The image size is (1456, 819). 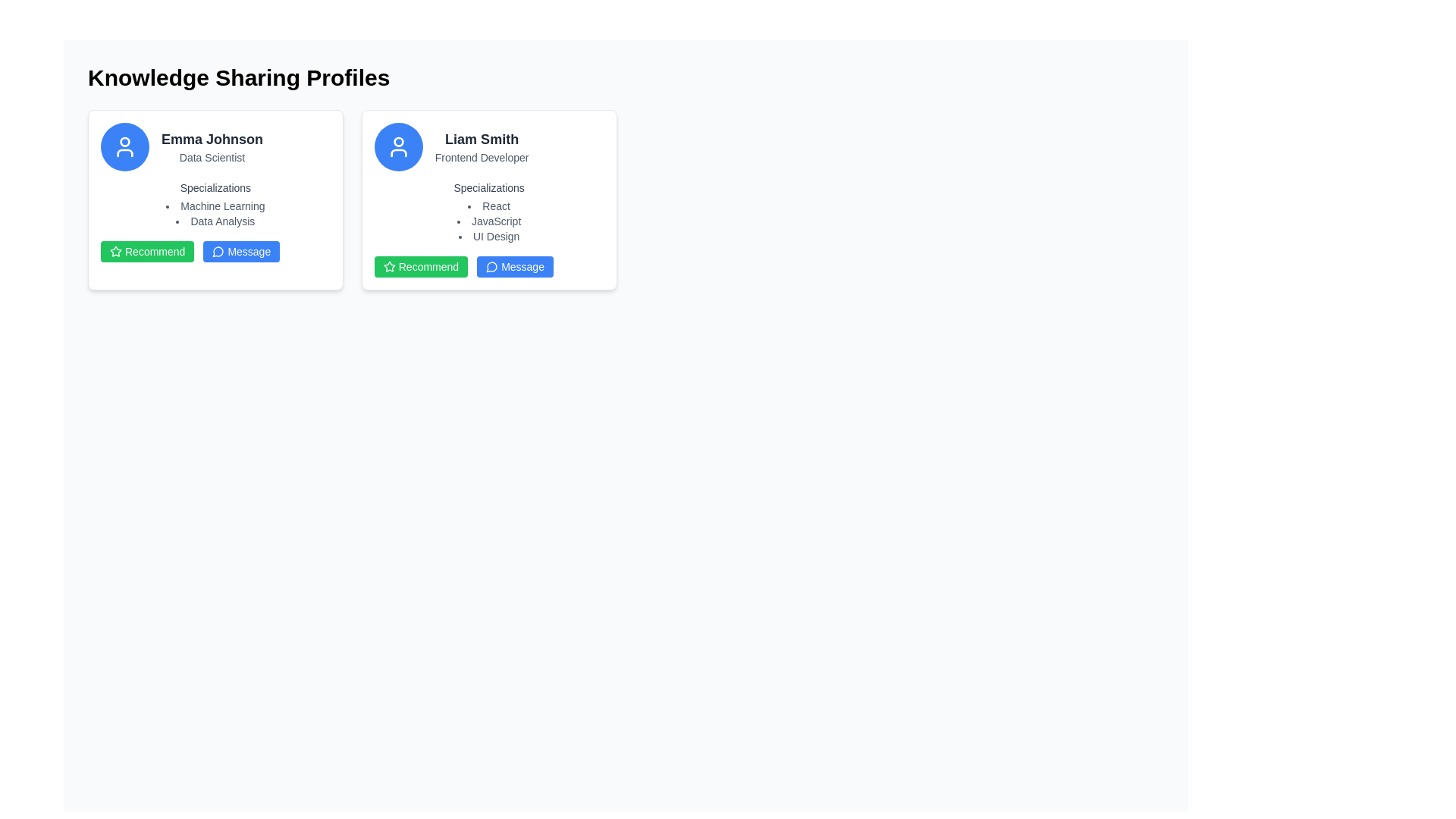 What do you see at coordinates (489, 206) in the screenshot?
I see `the first bullet point in the 'Specializations' section of Liam Smith's profile card` at bounding box center [489, 206].